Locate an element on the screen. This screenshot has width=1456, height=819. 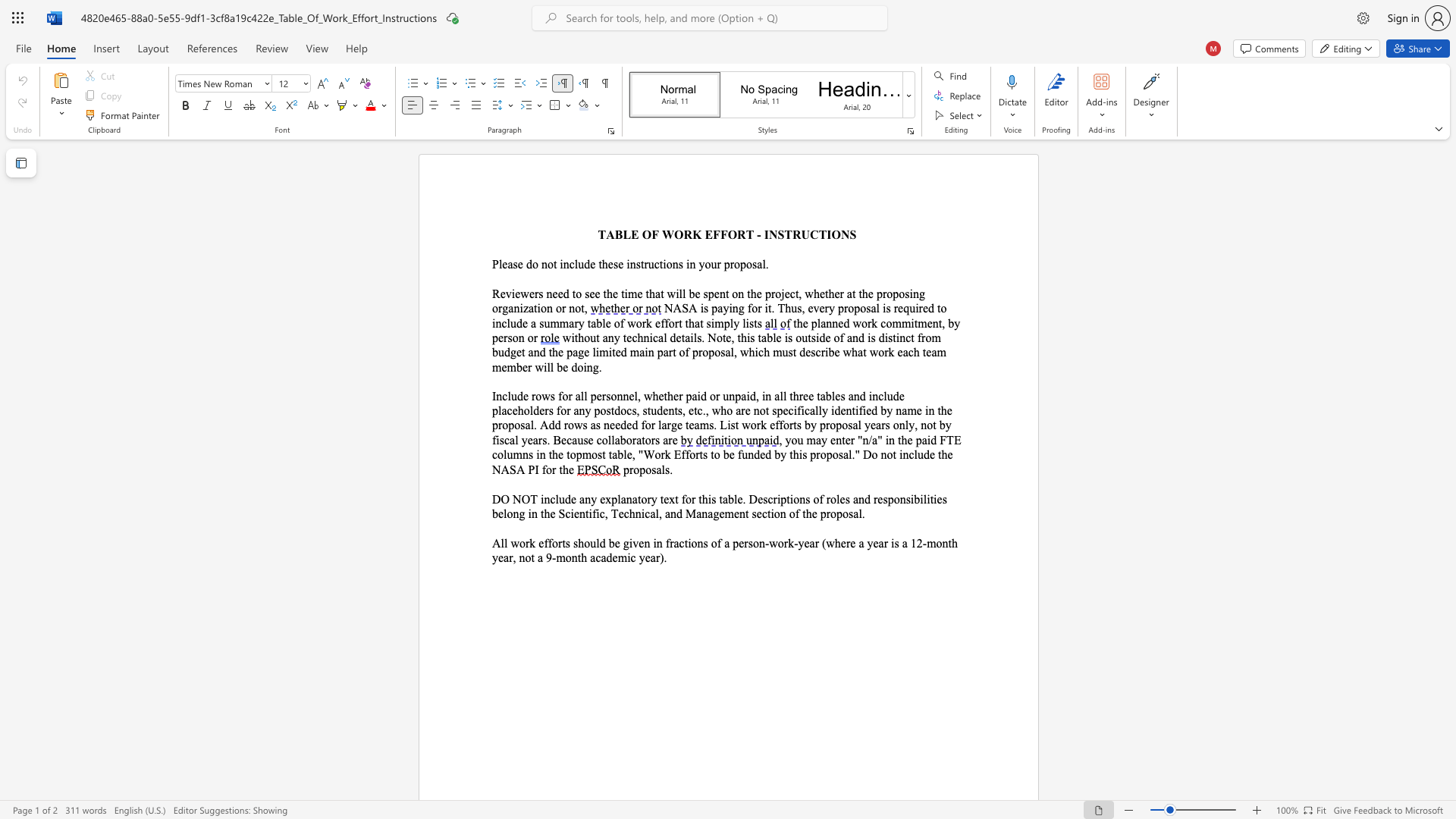
the space between the continuous character "t" and "i" in the text is located at coordinates (855, 410).